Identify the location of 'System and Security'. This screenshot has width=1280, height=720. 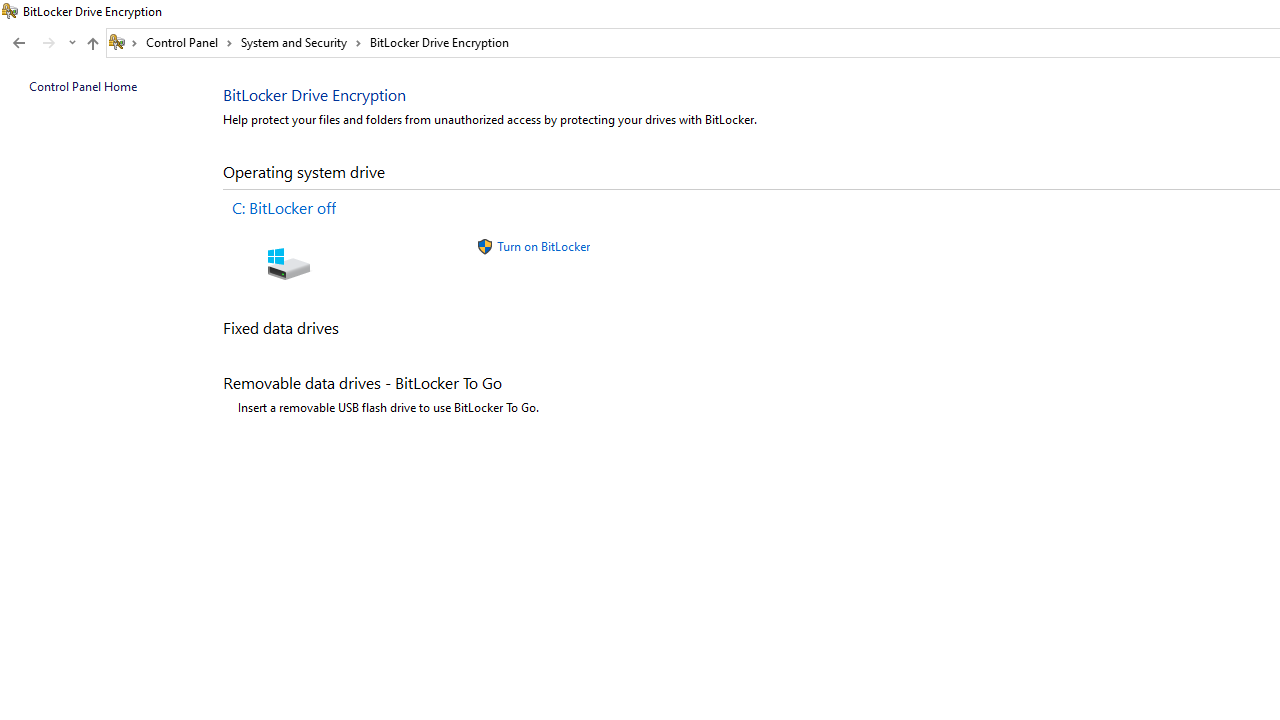
(300, 42).